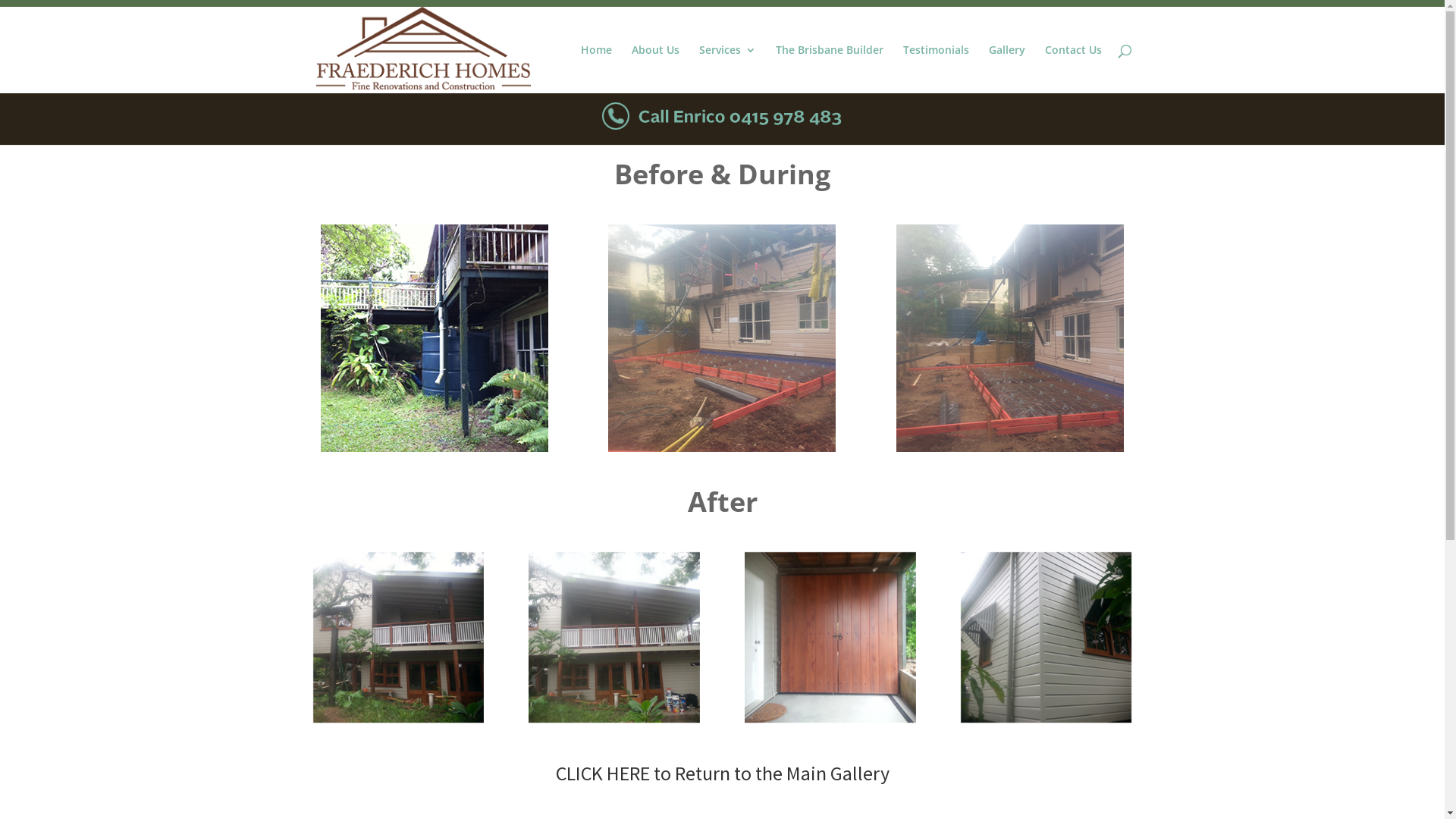  I want to click on 'Services', so click(726, 69).